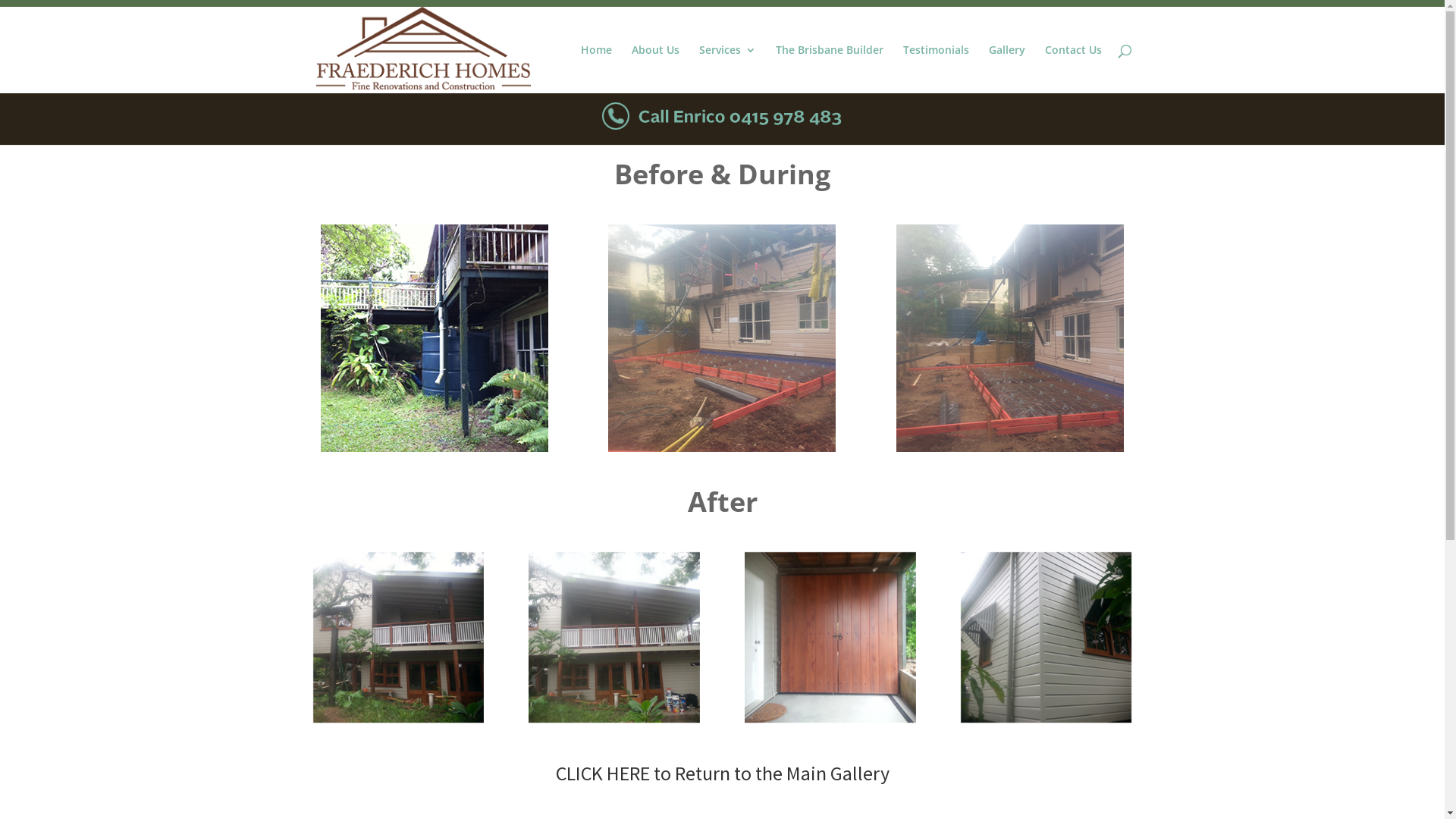  I want to click on 'Services', so click(726, 69).